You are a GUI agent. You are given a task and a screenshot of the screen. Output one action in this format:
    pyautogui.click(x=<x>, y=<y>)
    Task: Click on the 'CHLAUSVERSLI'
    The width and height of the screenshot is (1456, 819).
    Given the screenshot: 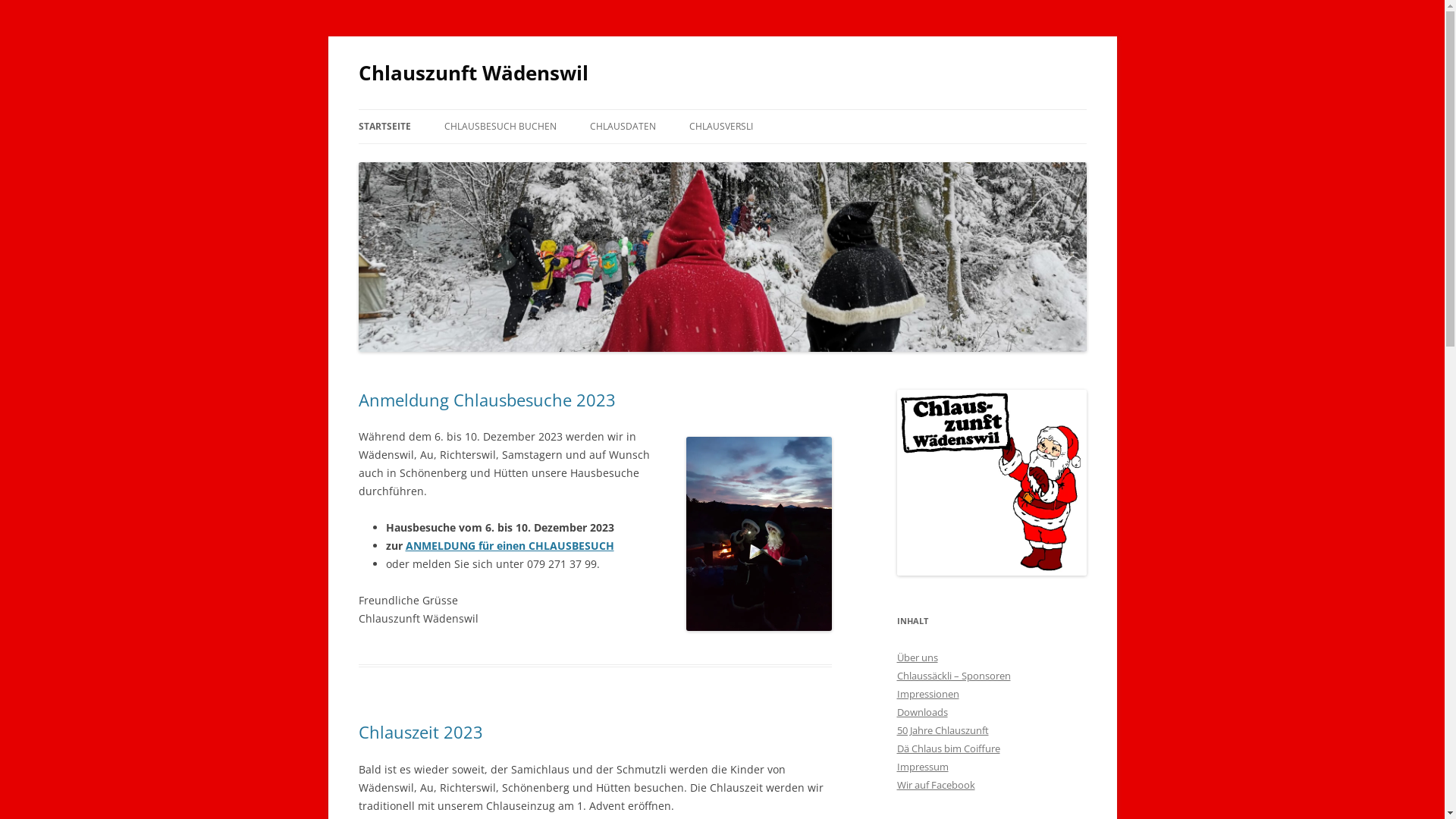 What is the action you would take?
    pyautogui.click(x=720, y=125)
    